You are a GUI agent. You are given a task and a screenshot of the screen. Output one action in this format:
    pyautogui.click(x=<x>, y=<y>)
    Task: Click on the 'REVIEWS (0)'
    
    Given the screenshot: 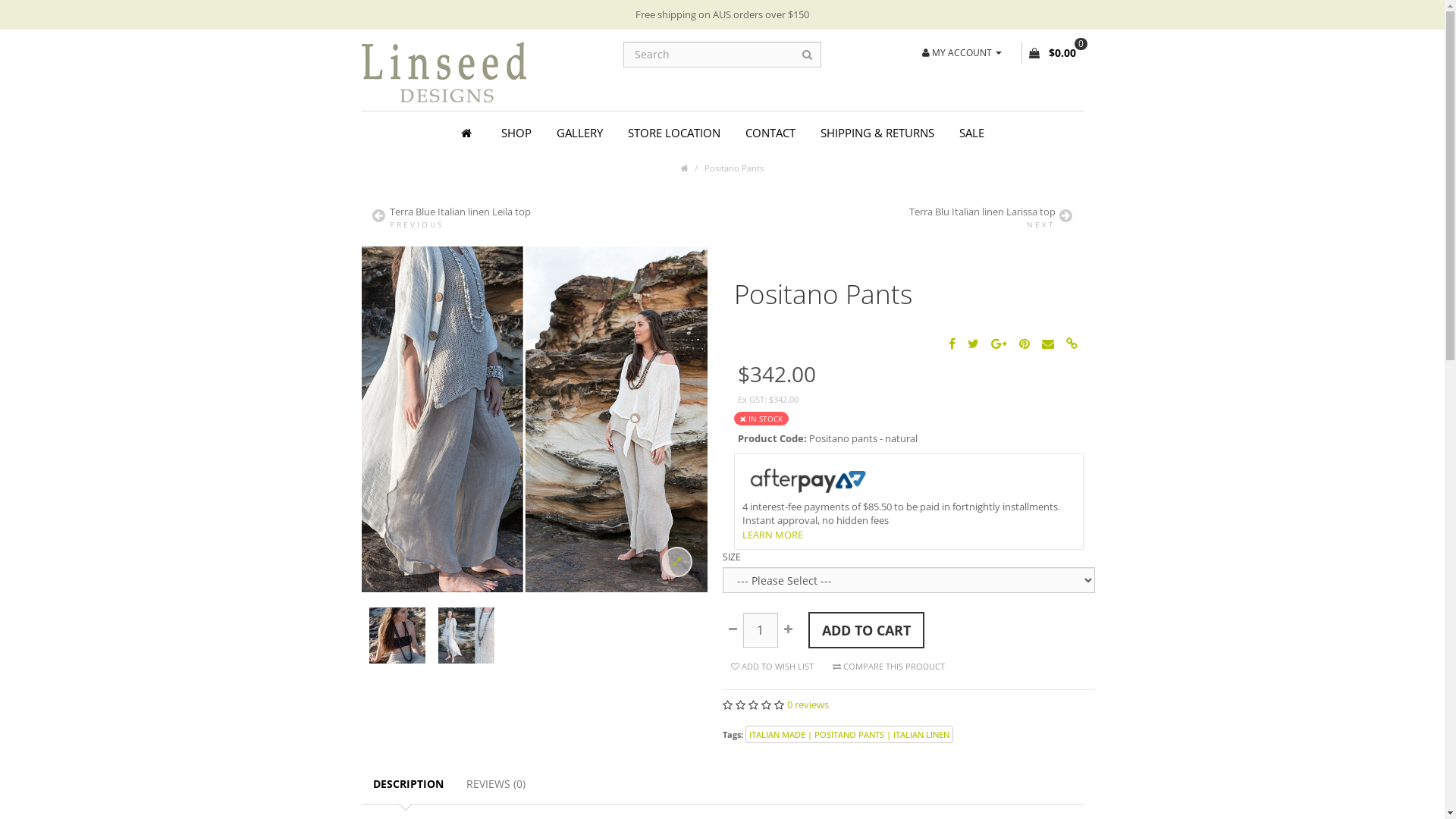 What is the action you would take?
    pyautogui.click(x=495, y=783)
    